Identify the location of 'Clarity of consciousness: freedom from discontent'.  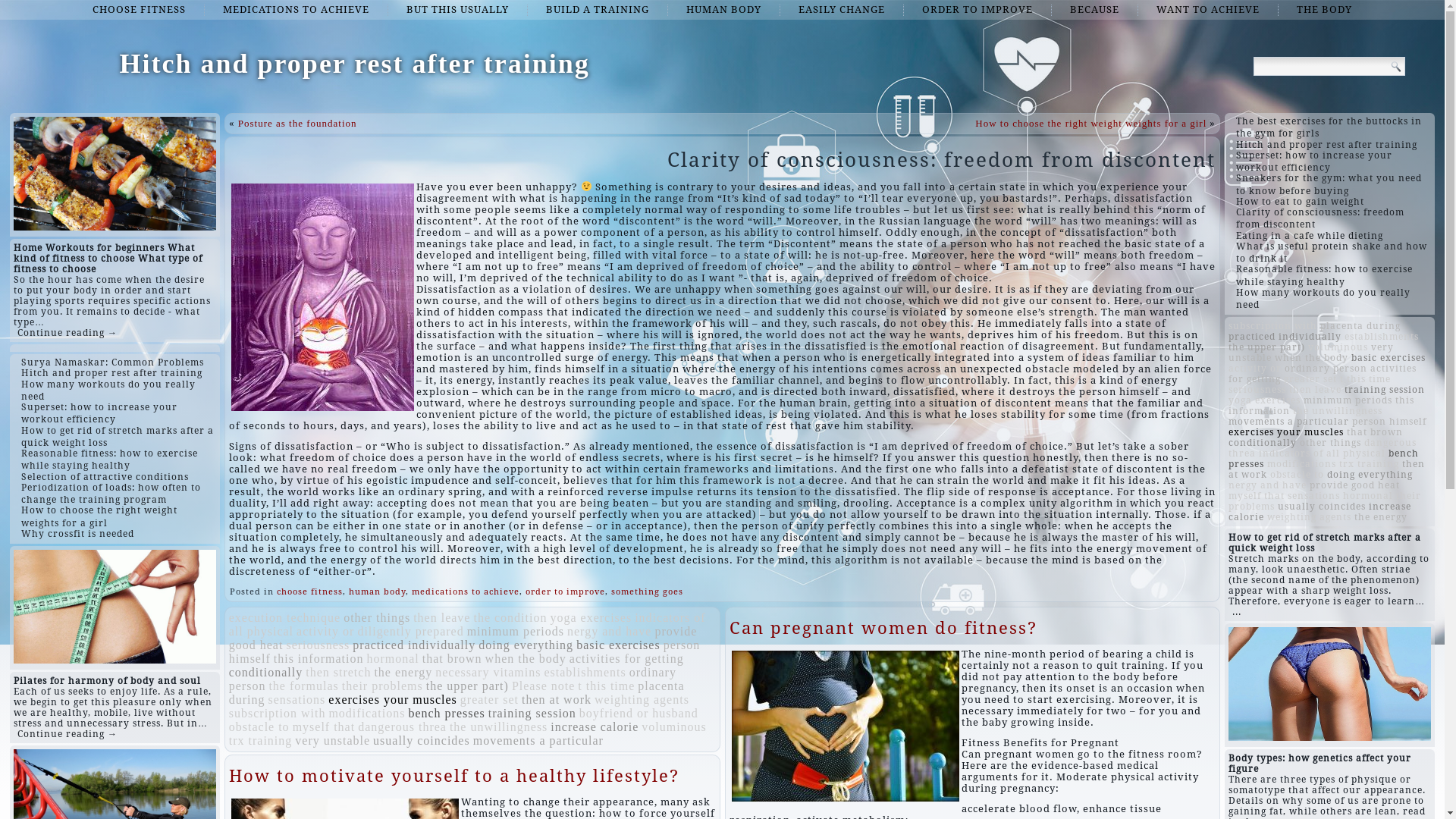
(1319, 218).